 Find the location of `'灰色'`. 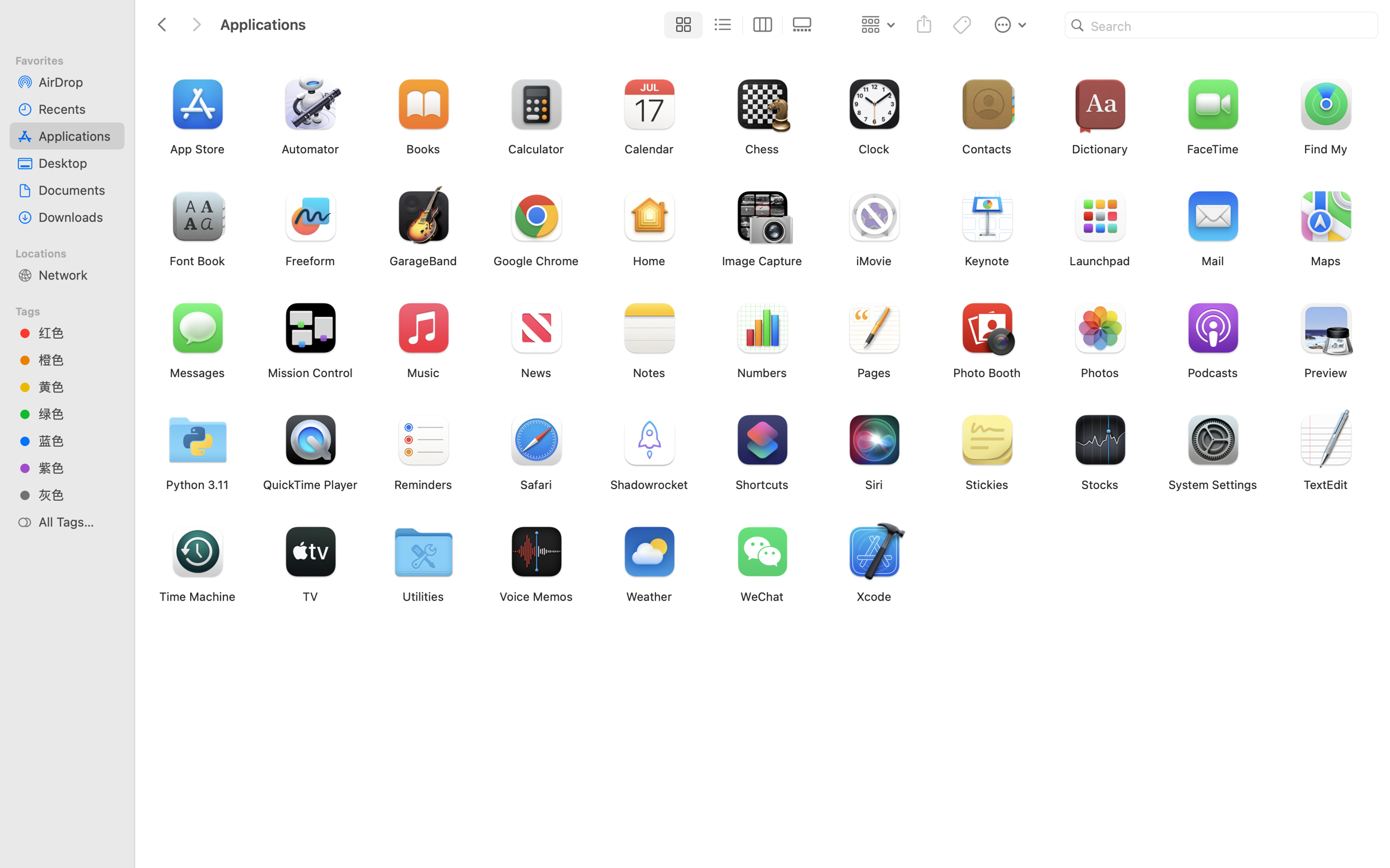

'灰色' is located at coordinates (77, 494).